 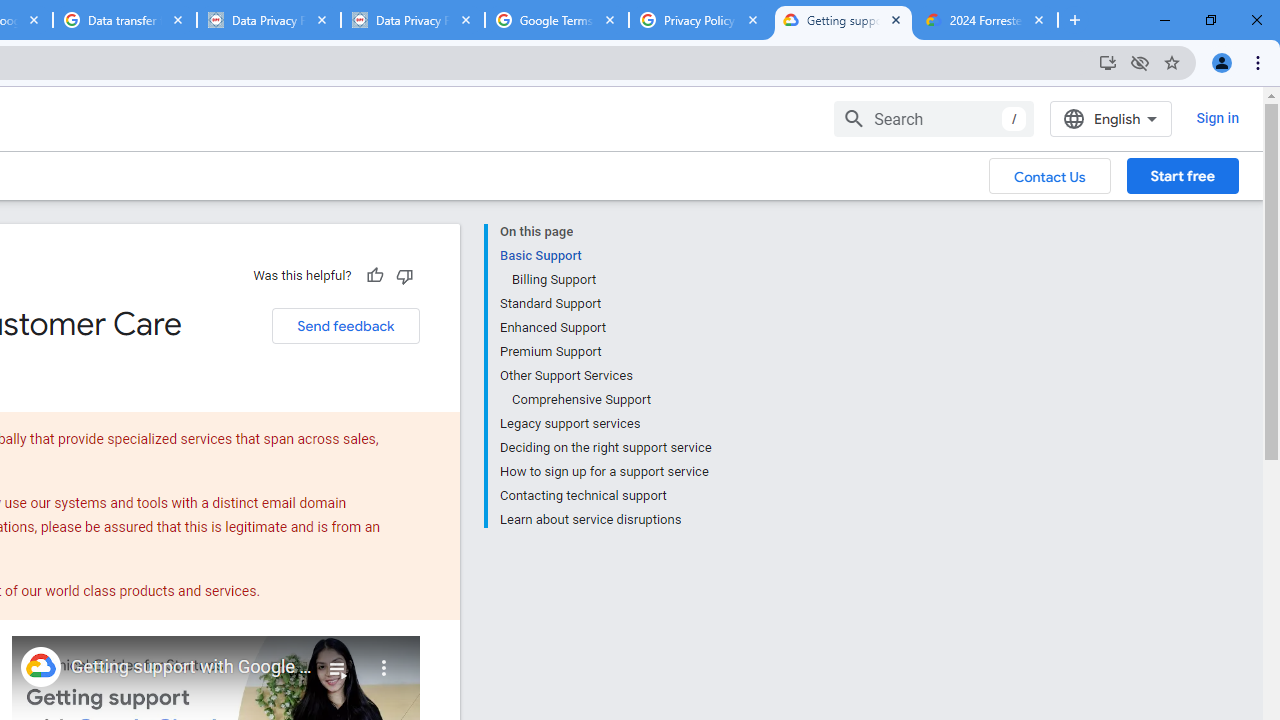 I want to click on 'Billing Support', so click(x=610, y=280).